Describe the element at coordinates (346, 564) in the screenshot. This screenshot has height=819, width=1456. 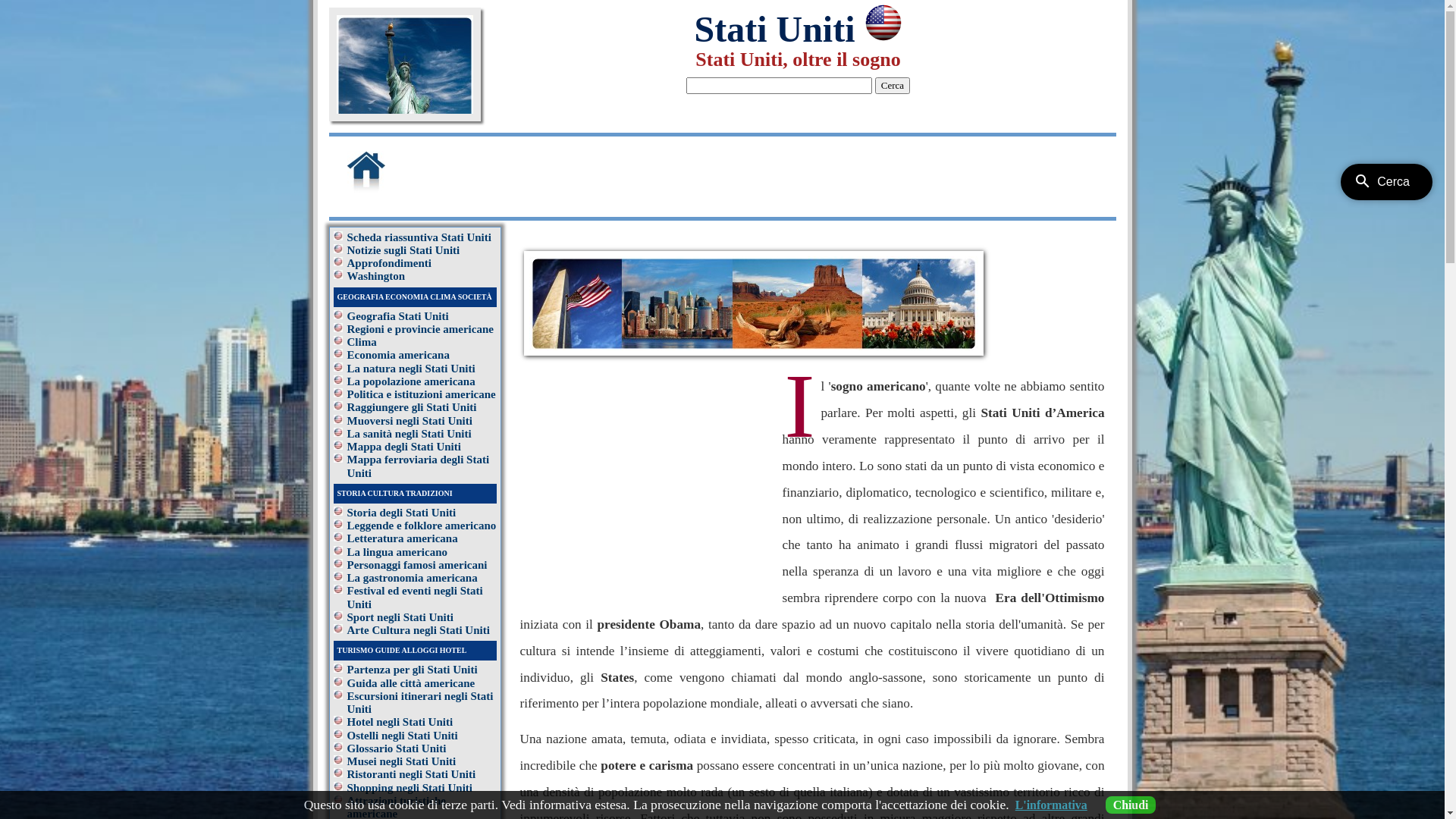
I see `'Personaggi famosi americani'` at that location.